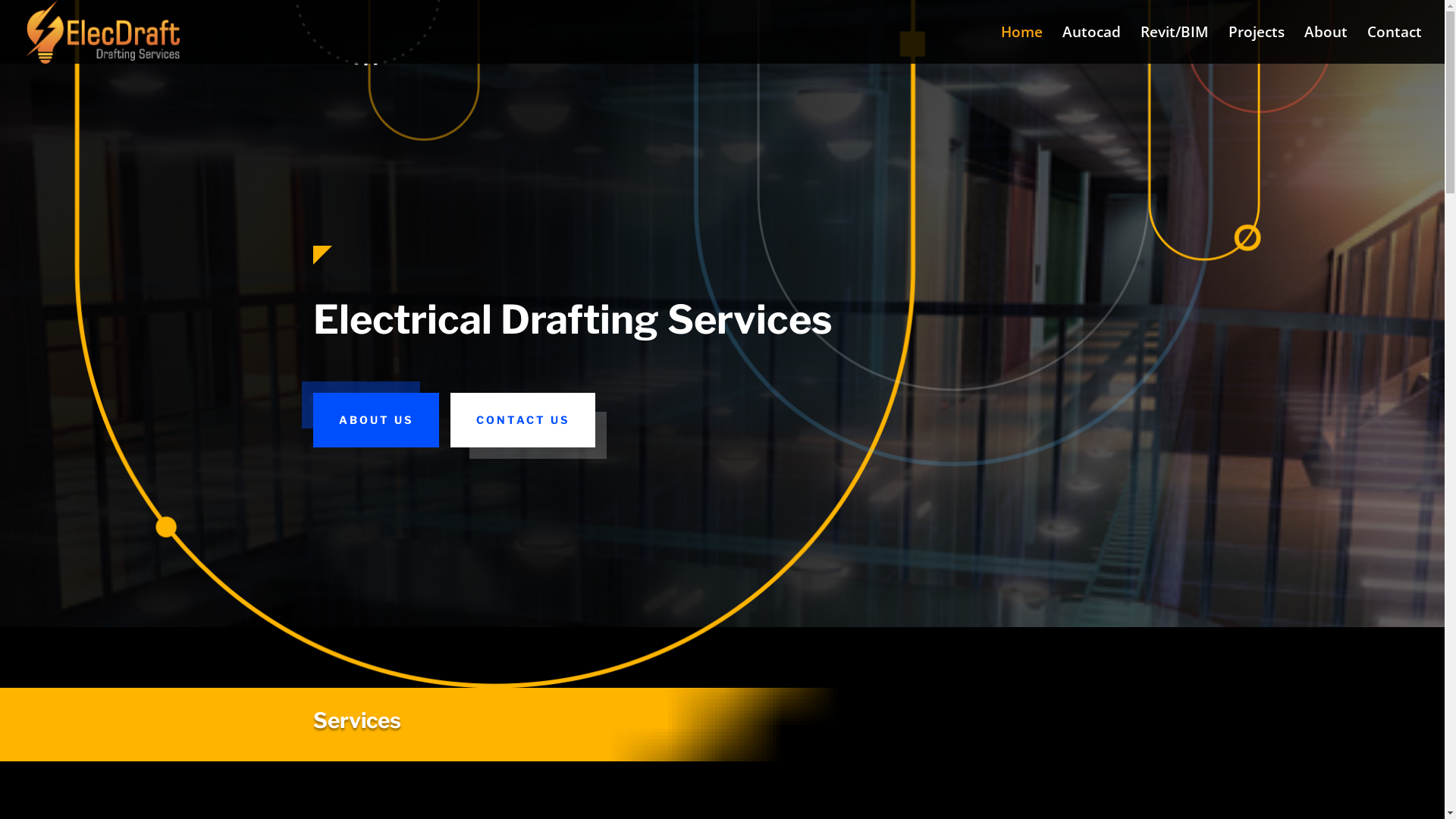 This screenshot has height=819, width=1456. What do you see at coordinates (1325, 44) in the screenshot?
I see `'About'` at bounding box center [1325, 44].